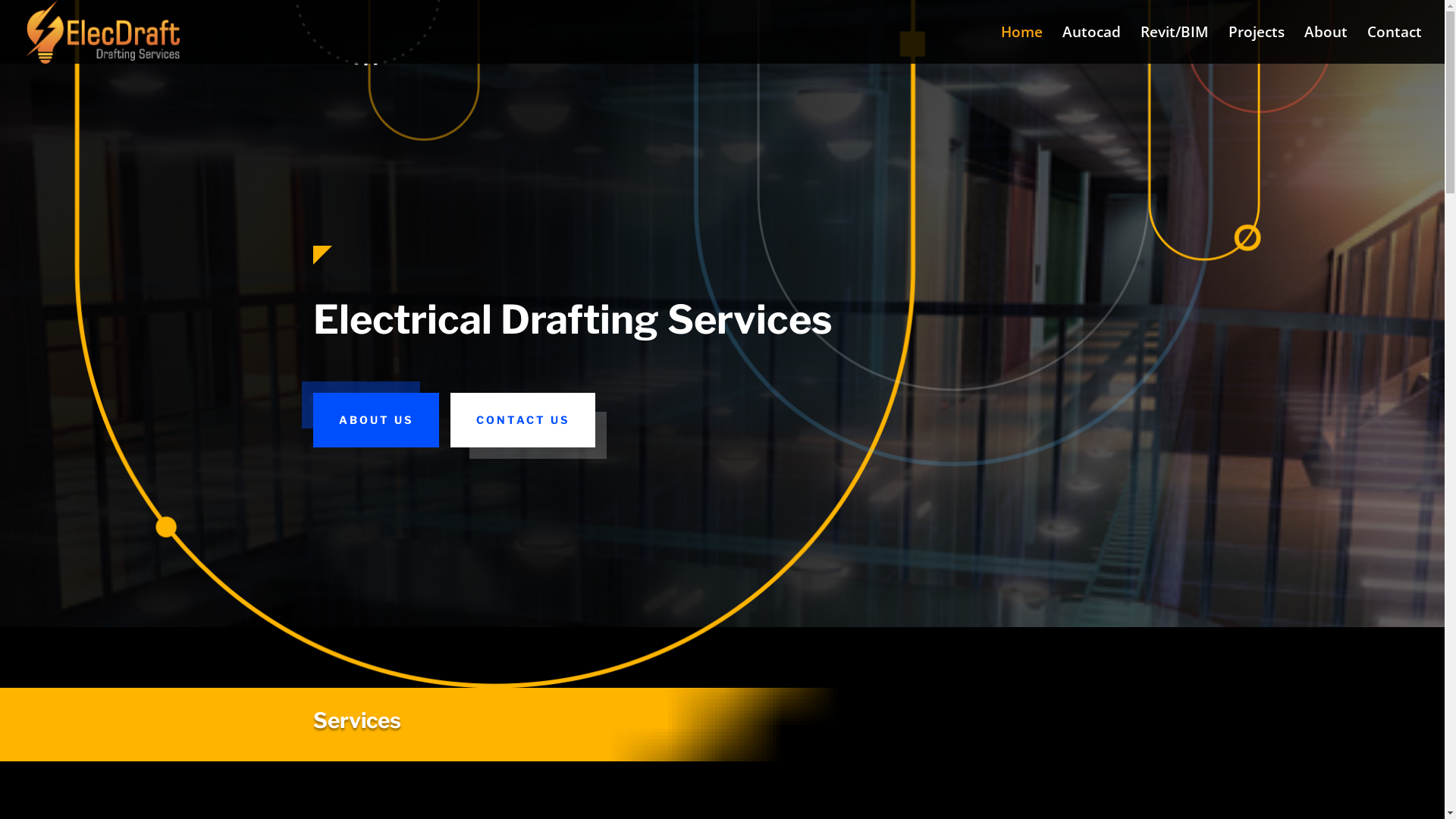 This screenshot has height=819, width=1456. What do you see at coordinates (1325, 44) in the screenshot?
I see `'About'` at bounding box center [1325, 44].